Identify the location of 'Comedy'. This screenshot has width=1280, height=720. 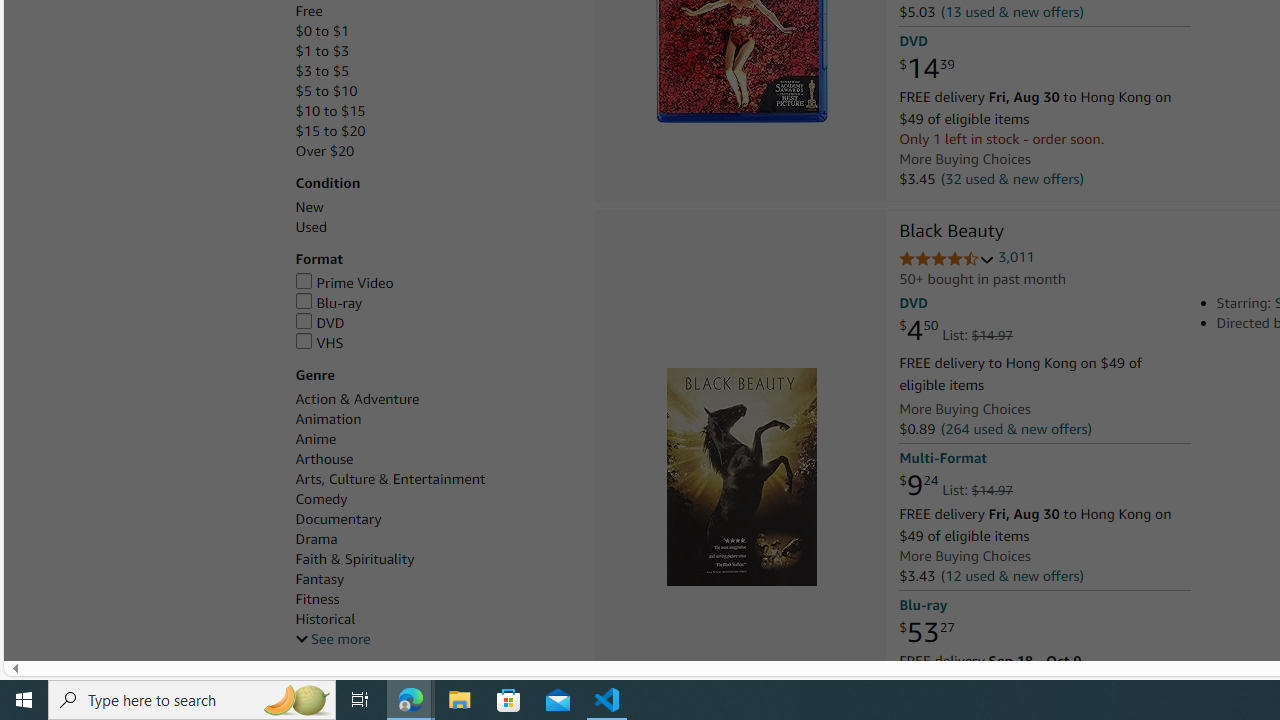
(433, 498).